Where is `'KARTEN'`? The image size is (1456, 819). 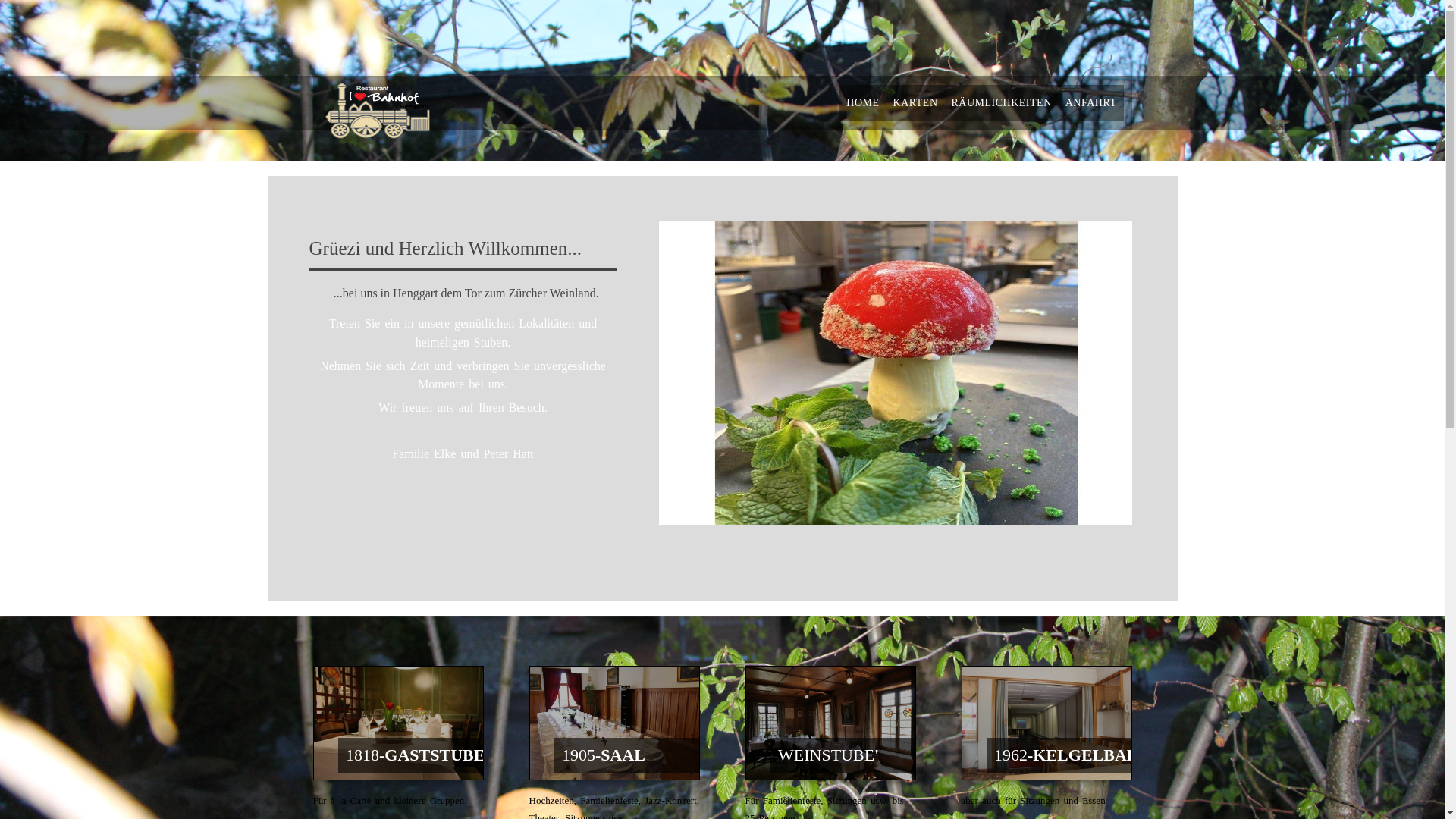
'KARTEN' is located at coordinates (886, 102).